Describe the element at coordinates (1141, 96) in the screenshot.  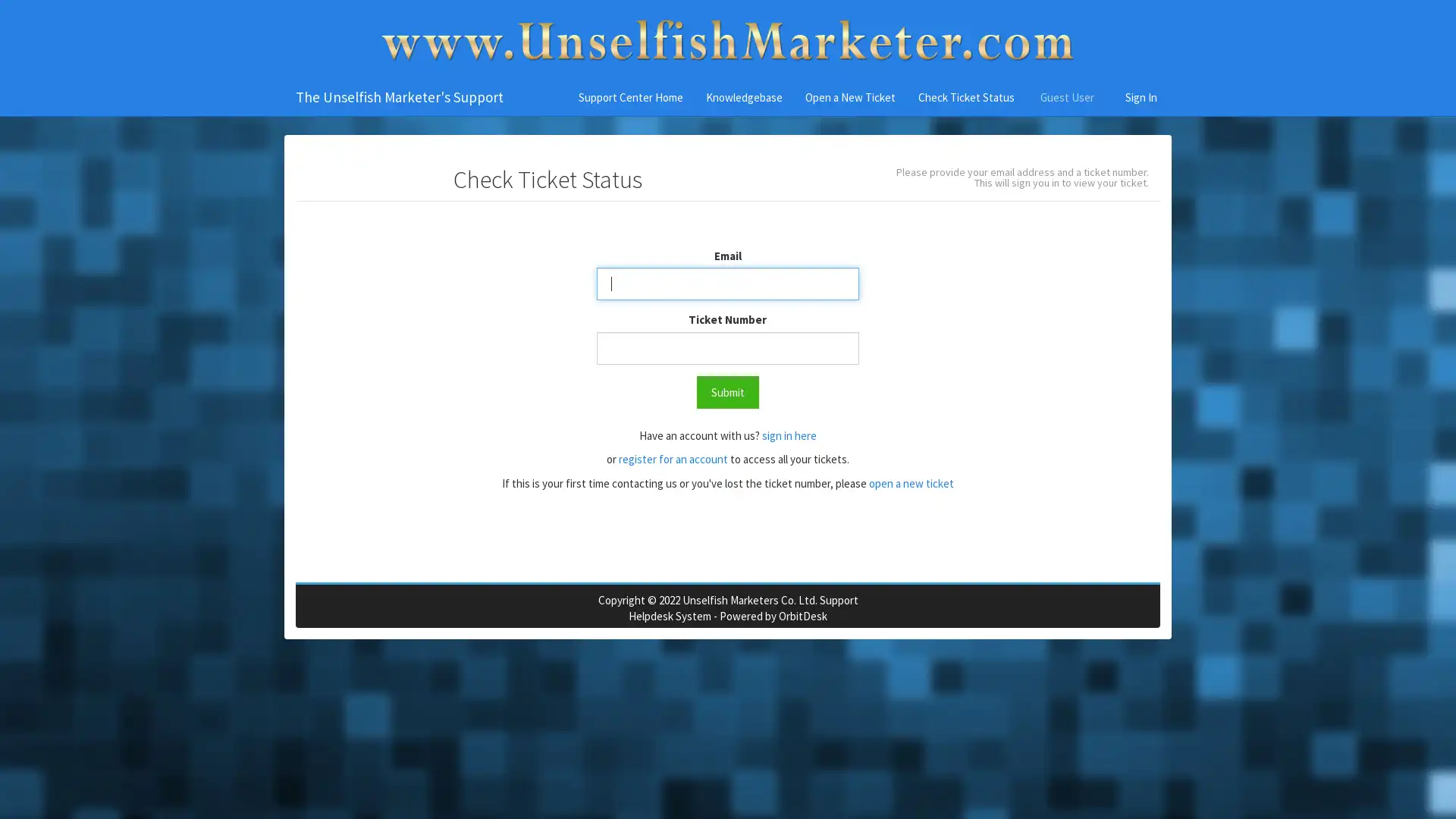
I see `Sign In` at that location.